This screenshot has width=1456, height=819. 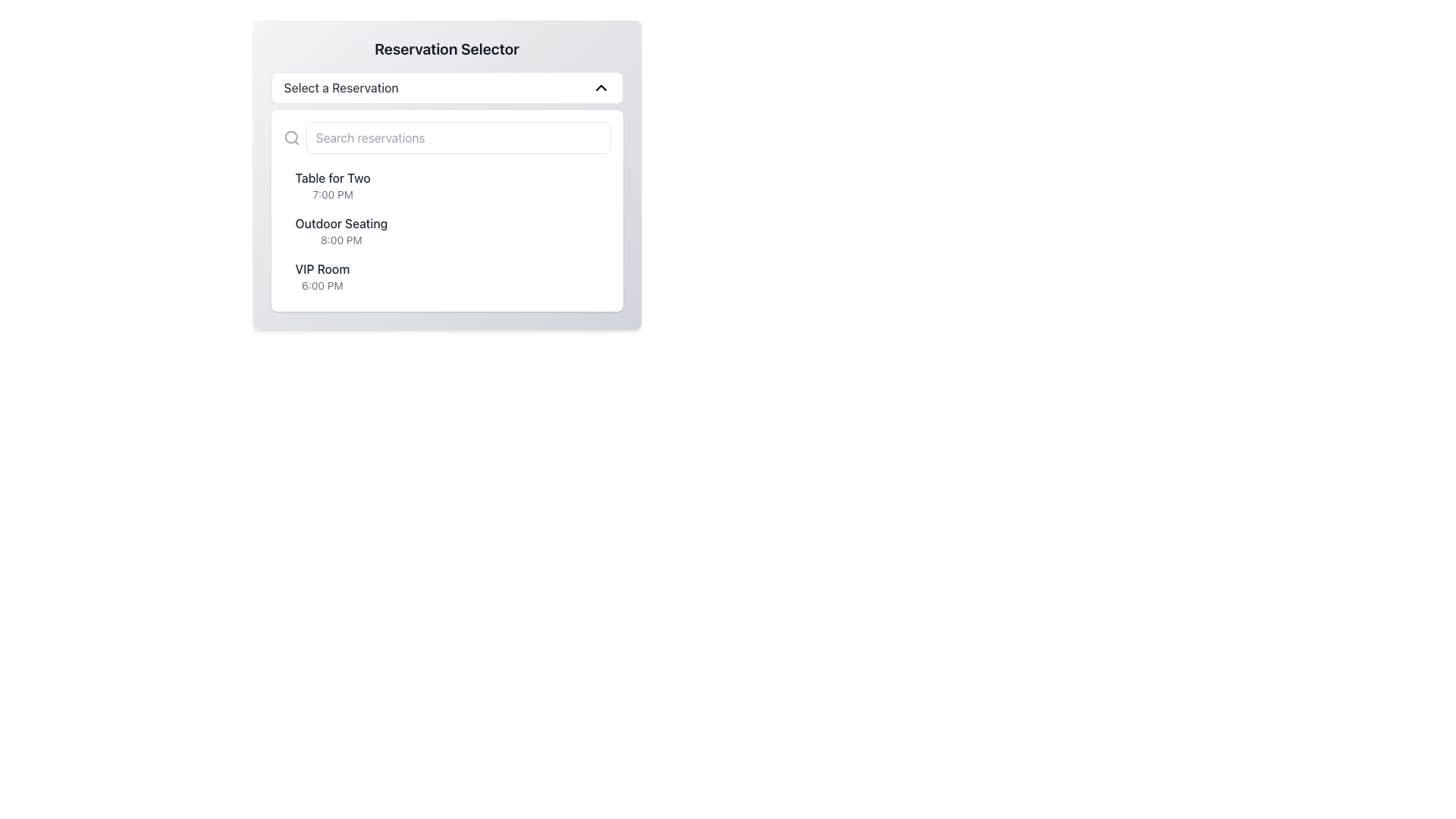 What do you see at coordinates (446, 137) in the screenshot?
I see `the search bar input field located below the 'Select a Reservation' dropdown to focus on it for entering keywords` at bounding box center [446, 137].